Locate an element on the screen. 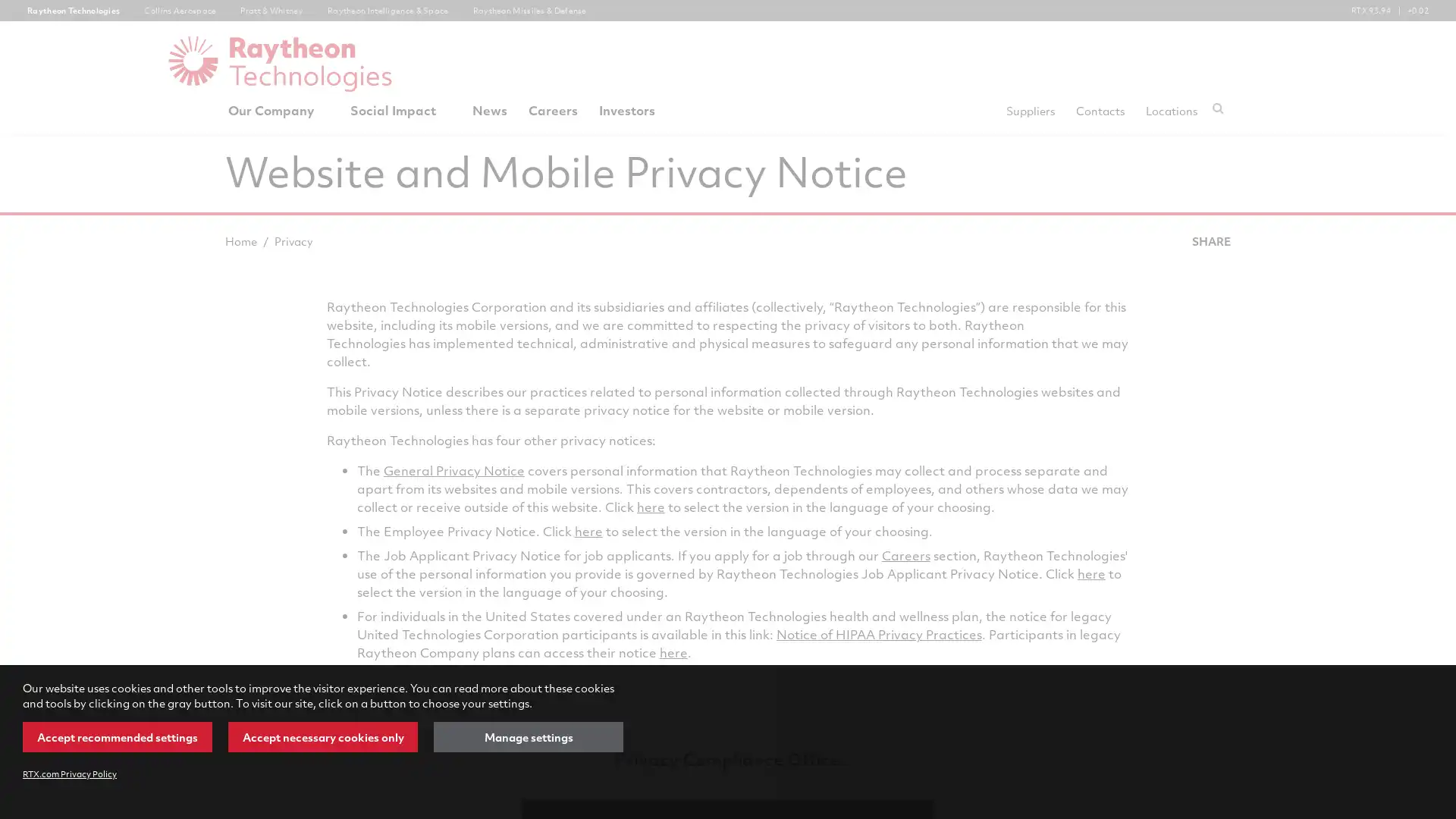 Image resolution: width=1456 pixels, height=819 pixels. Submit search request is located at coordinates (1218, 107).